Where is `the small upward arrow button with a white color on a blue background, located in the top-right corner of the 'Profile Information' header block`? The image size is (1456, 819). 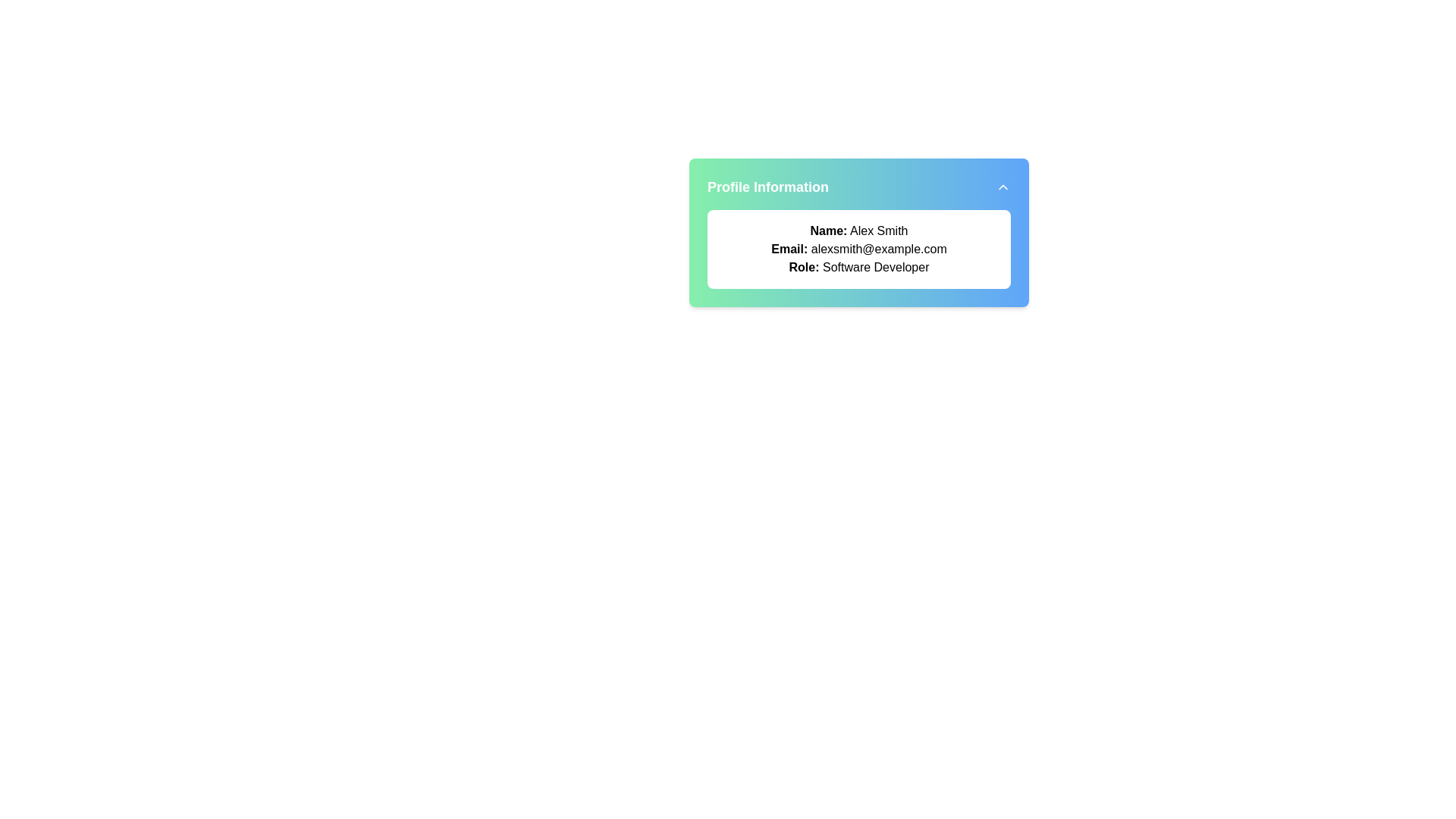
the small upward arrow button with a white color on a blue background, located in the top-right corner of the 'Profile Information' header block is located at coordinates (1003, 186).